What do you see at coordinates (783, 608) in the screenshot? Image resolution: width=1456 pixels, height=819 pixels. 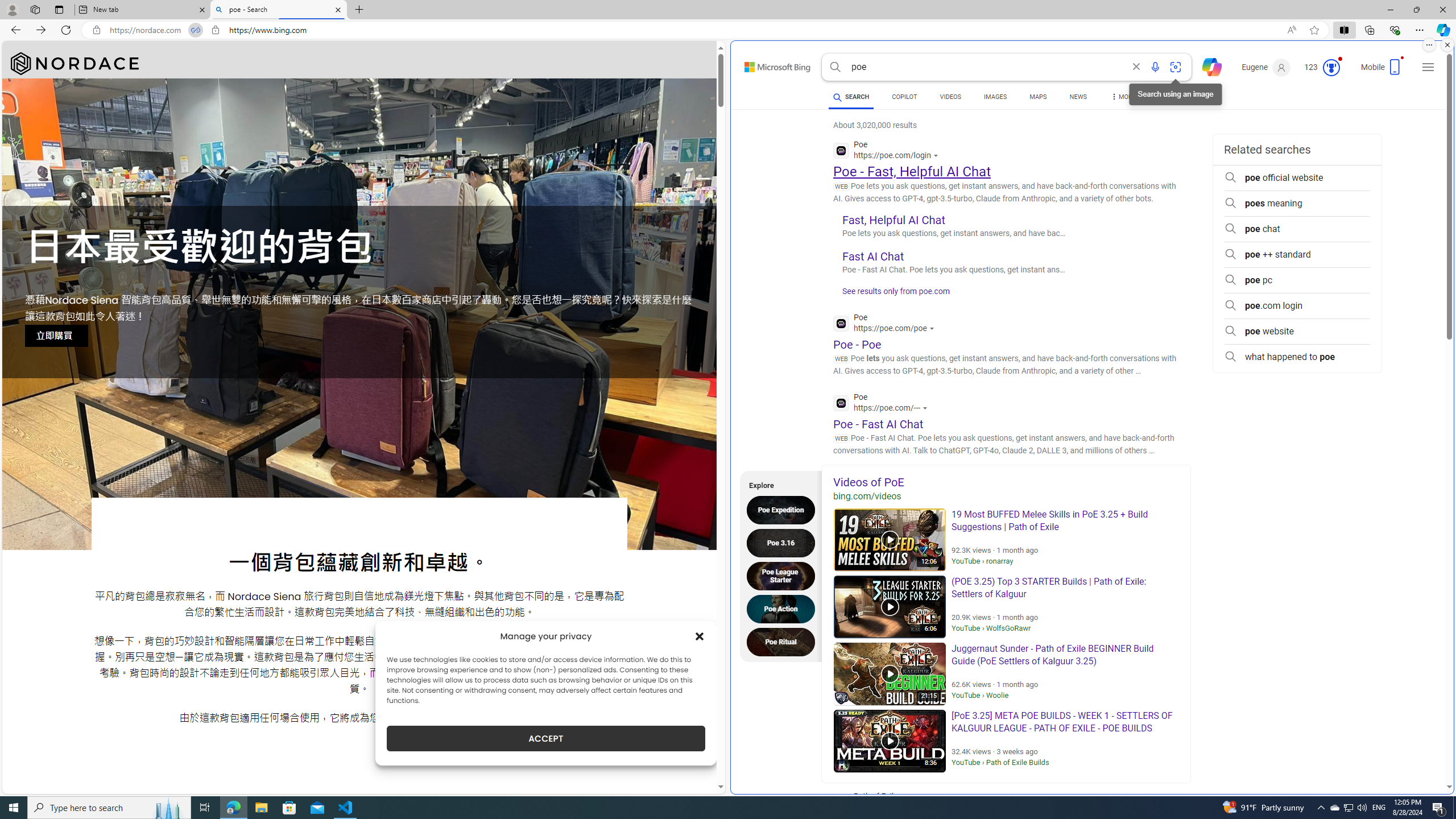 I see `'Poe Action'` at bounding box center [783, 608].